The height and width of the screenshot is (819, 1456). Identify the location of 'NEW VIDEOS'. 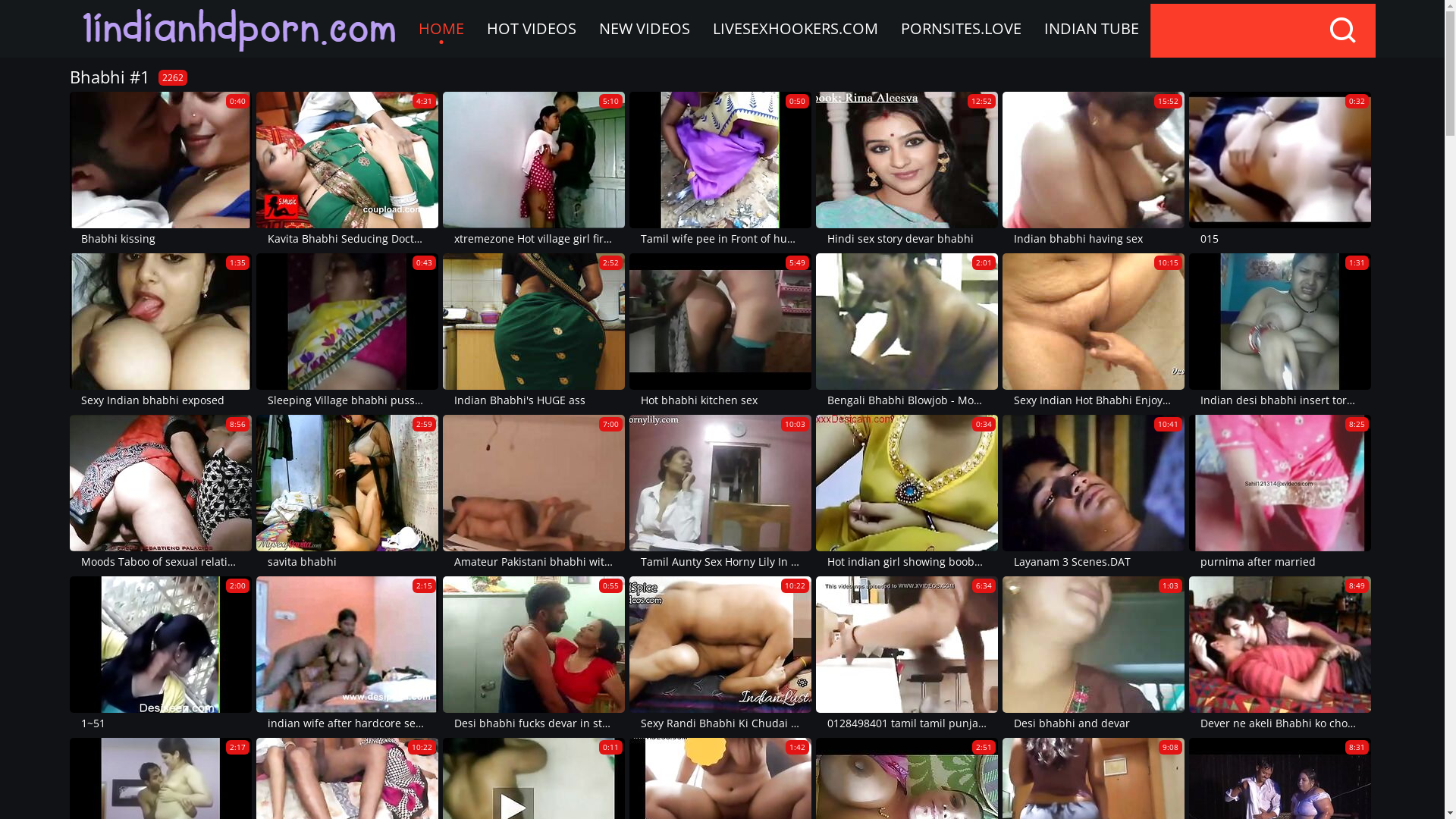
(644, 29).